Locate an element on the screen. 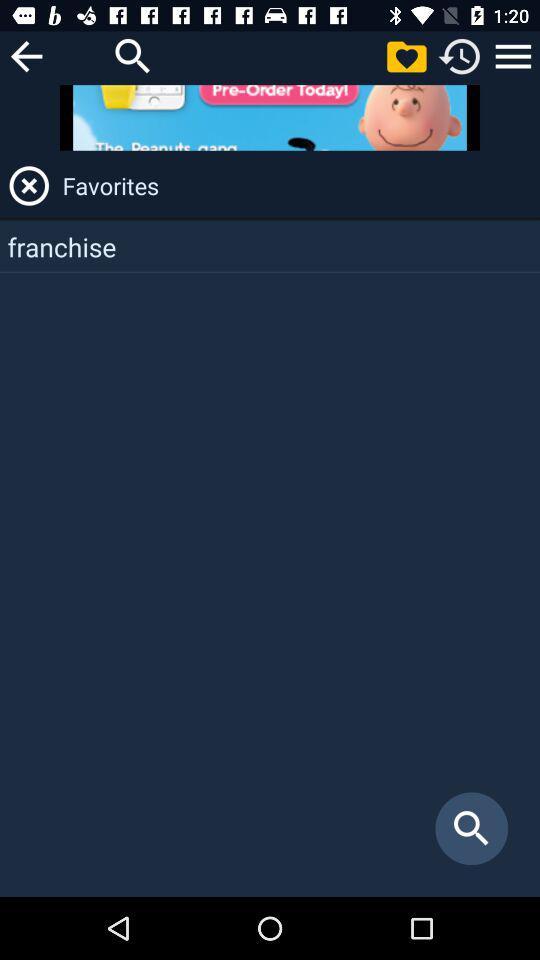  icon at the bottom right corner is located at coordinates (471, 828).